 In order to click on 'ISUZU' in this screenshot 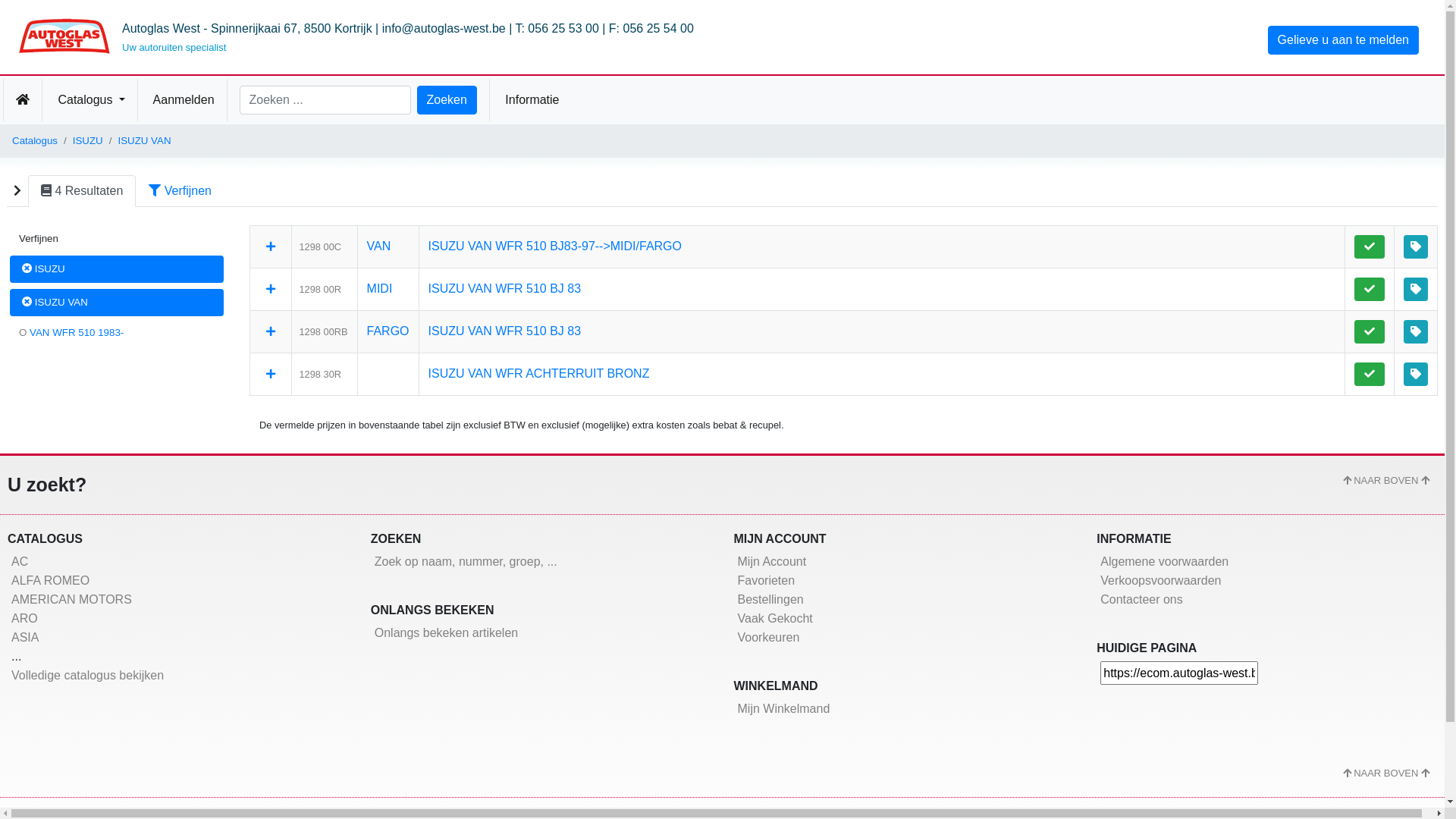, I will do `click(115, 268)`.